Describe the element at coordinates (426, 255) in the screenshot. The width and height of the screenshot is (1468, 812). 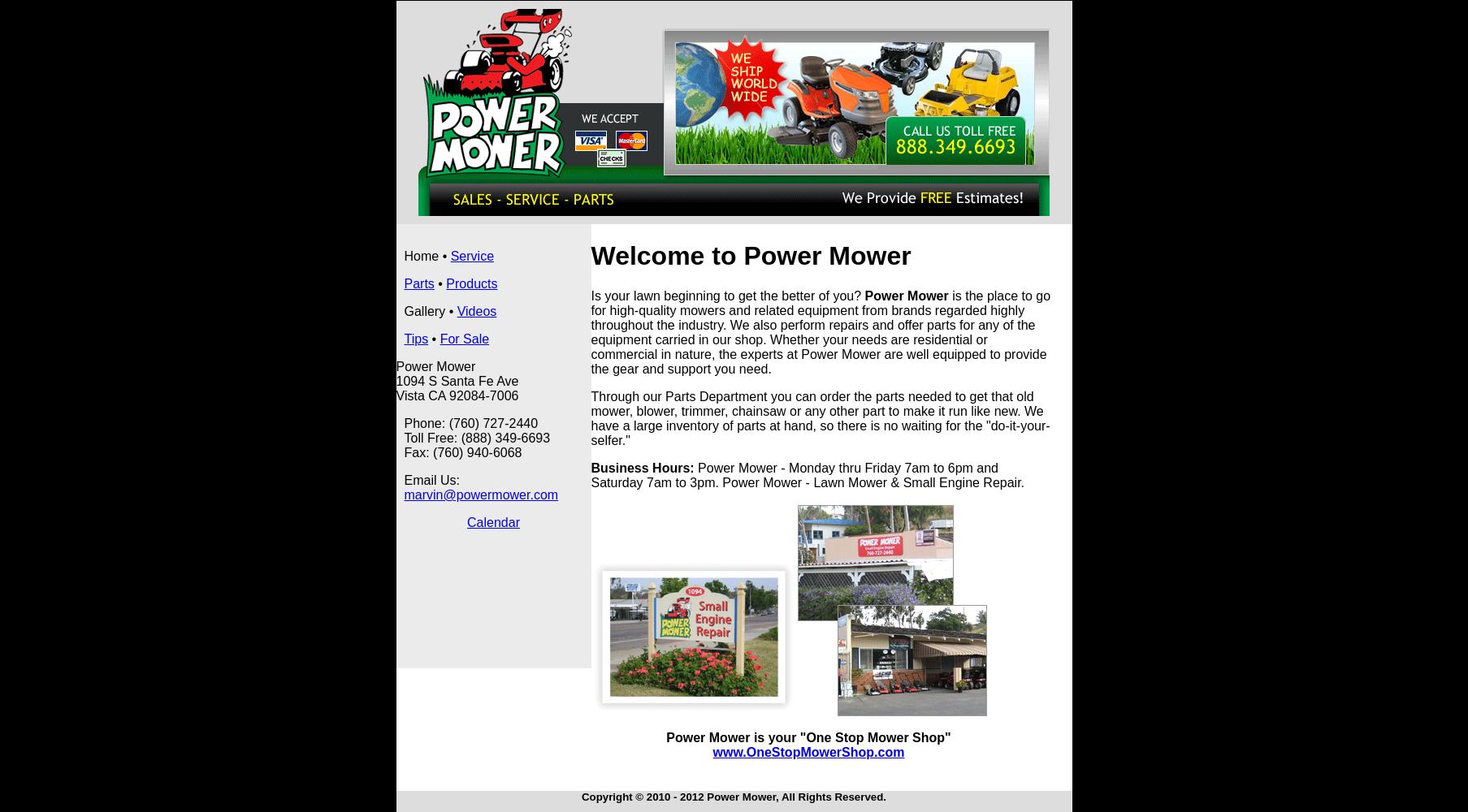
I see `'Home •'` at that location.